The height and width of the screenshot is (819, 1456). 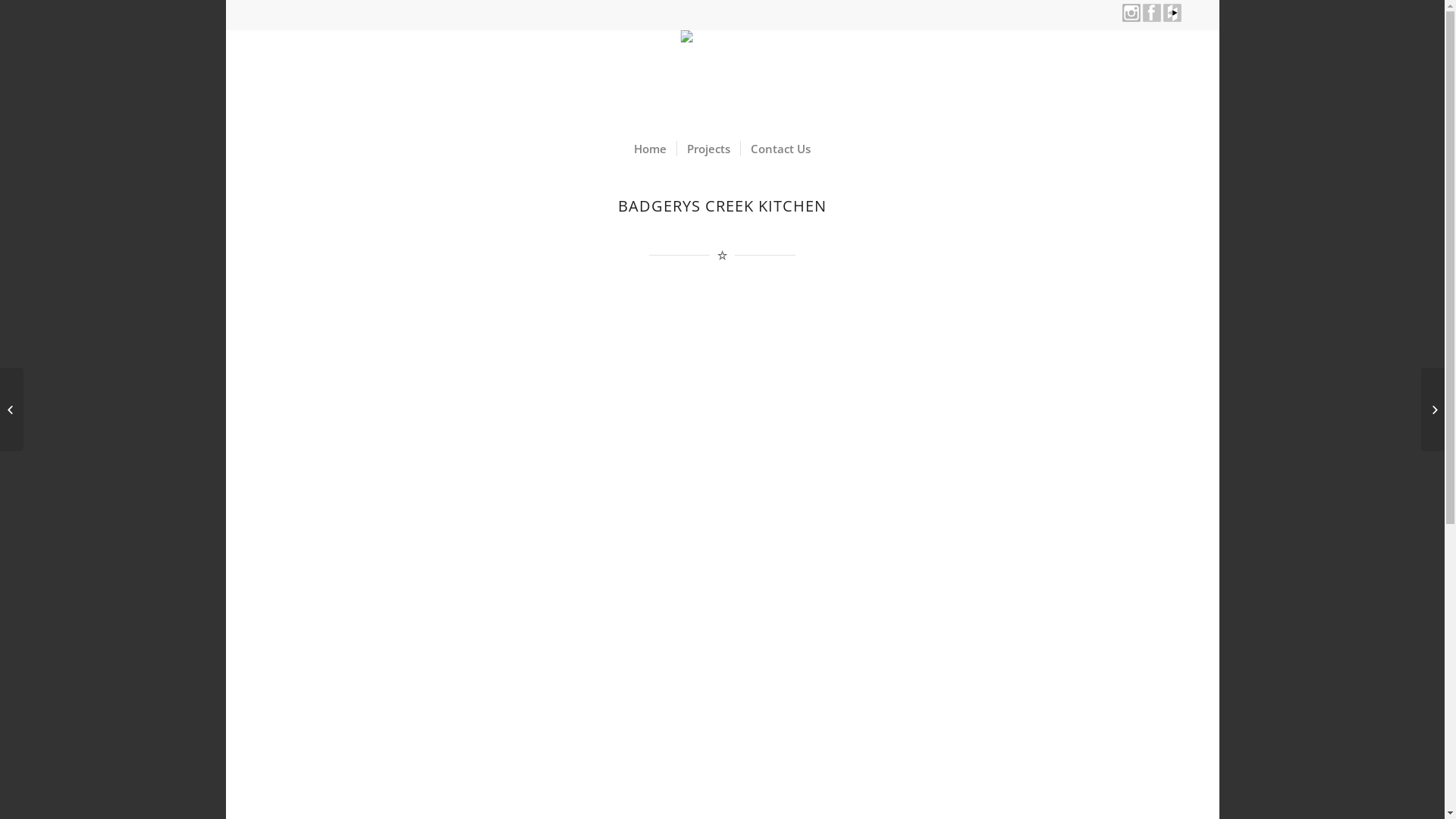 I want to click on 'Projects', so click(x=708, y=149).